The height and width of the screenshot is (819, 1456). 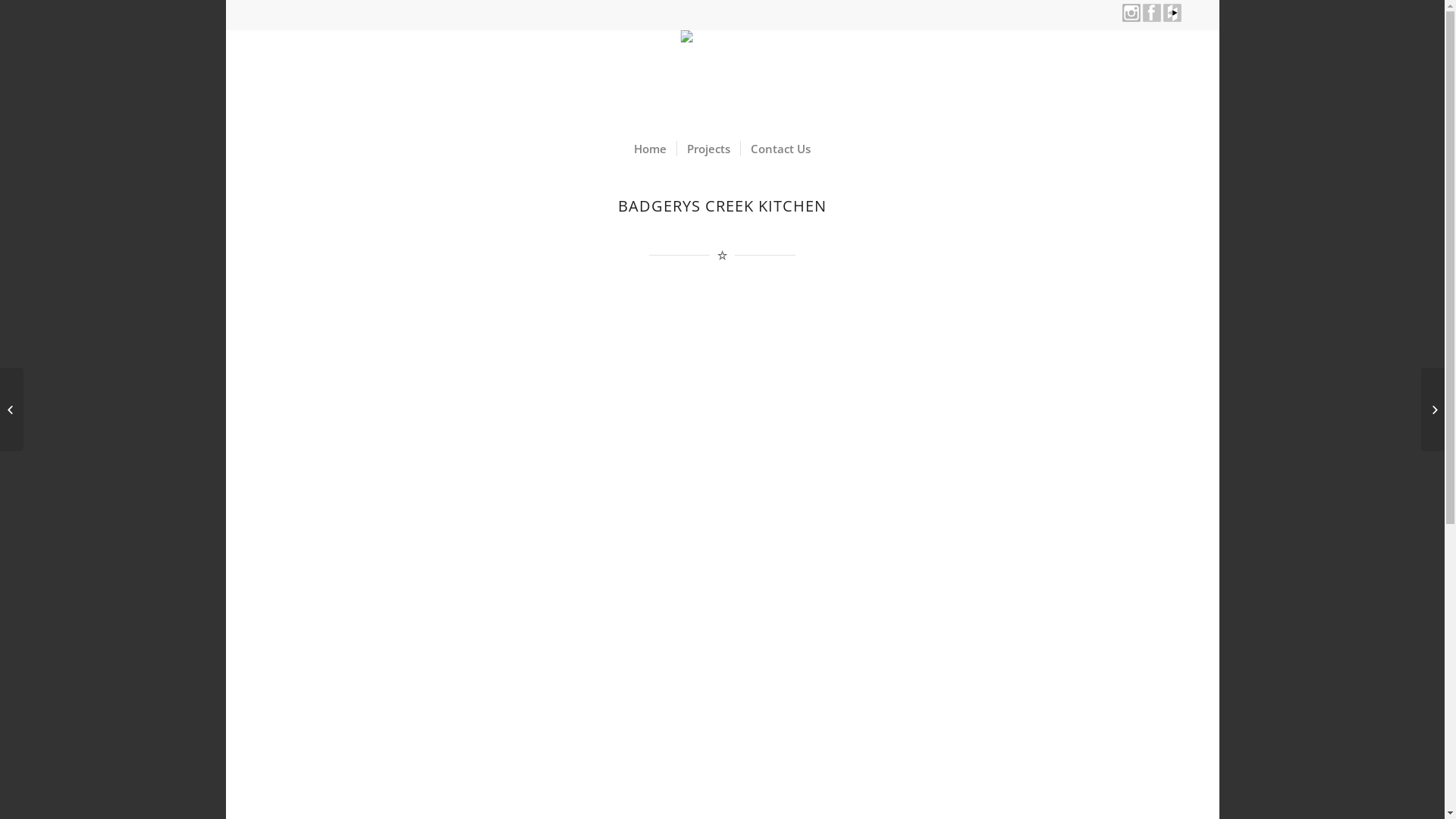 I want to click on 'Projects', so click(x=708, y=149).